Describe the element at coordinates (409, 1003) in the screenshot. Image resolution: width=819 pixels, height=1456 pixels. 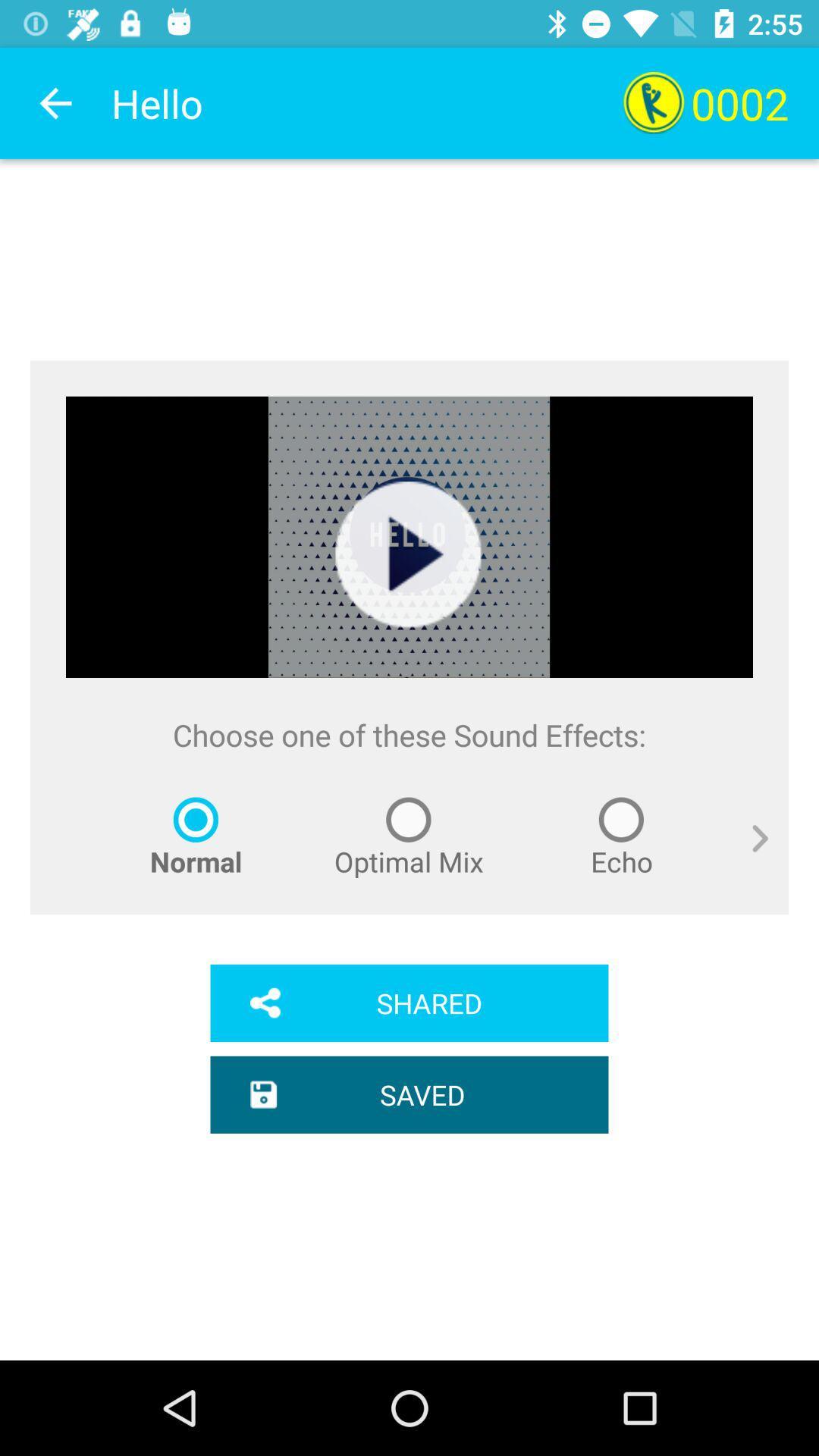
I see `shared icon` at that location.